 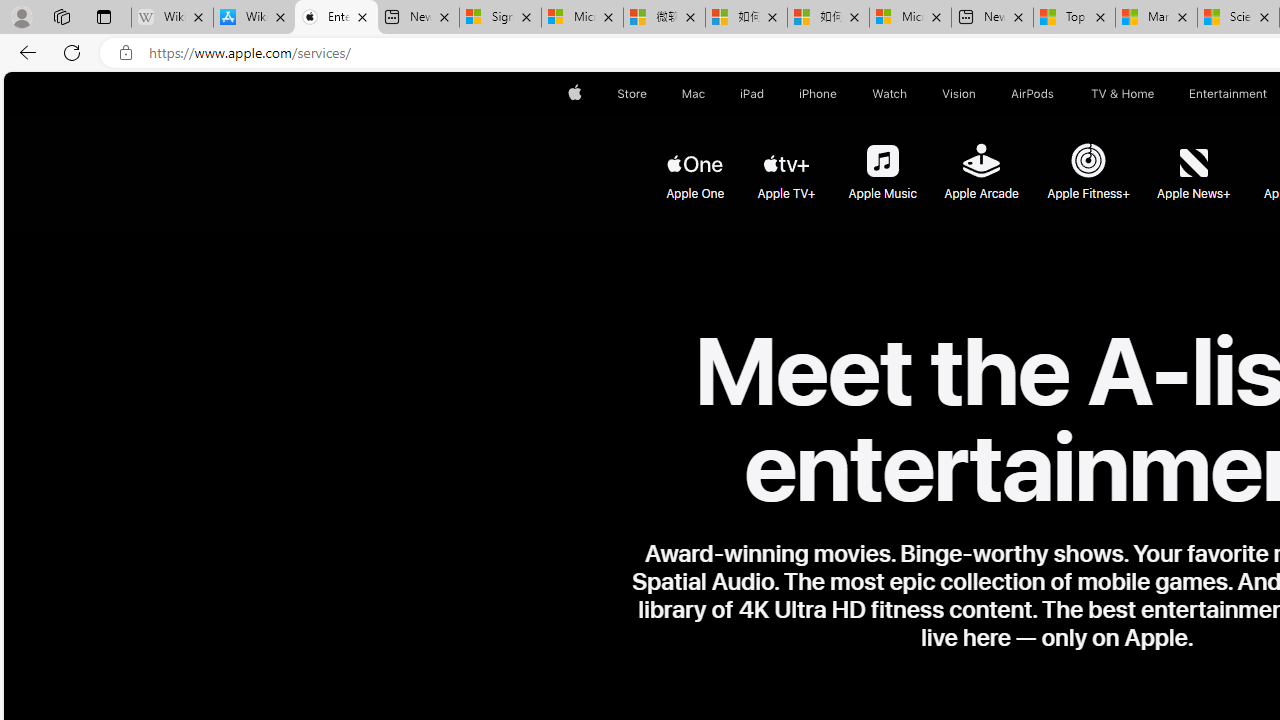 What do you see at coordinates (1122, 93) in the screenshot?
I see `'TV & Home'` at bounding box center [1122, 93].